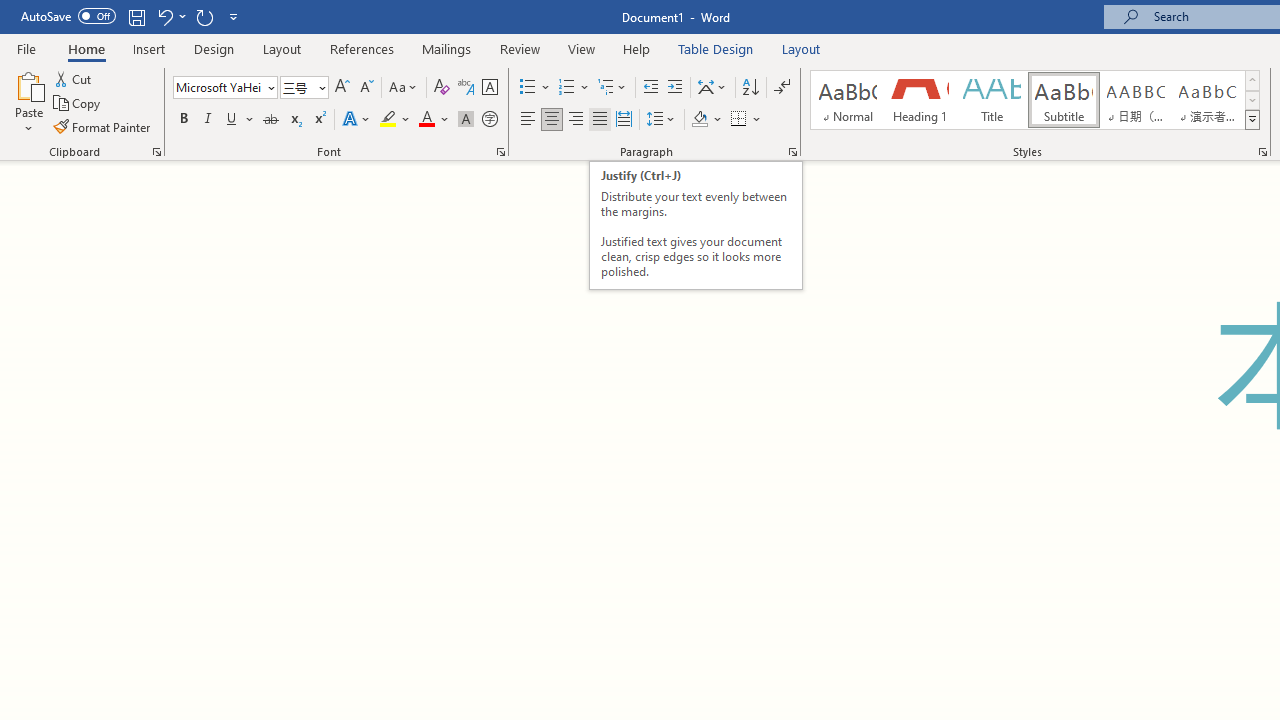 The image size is (1280, 720). I want to click on 'Character Shading', so click(464, 119).